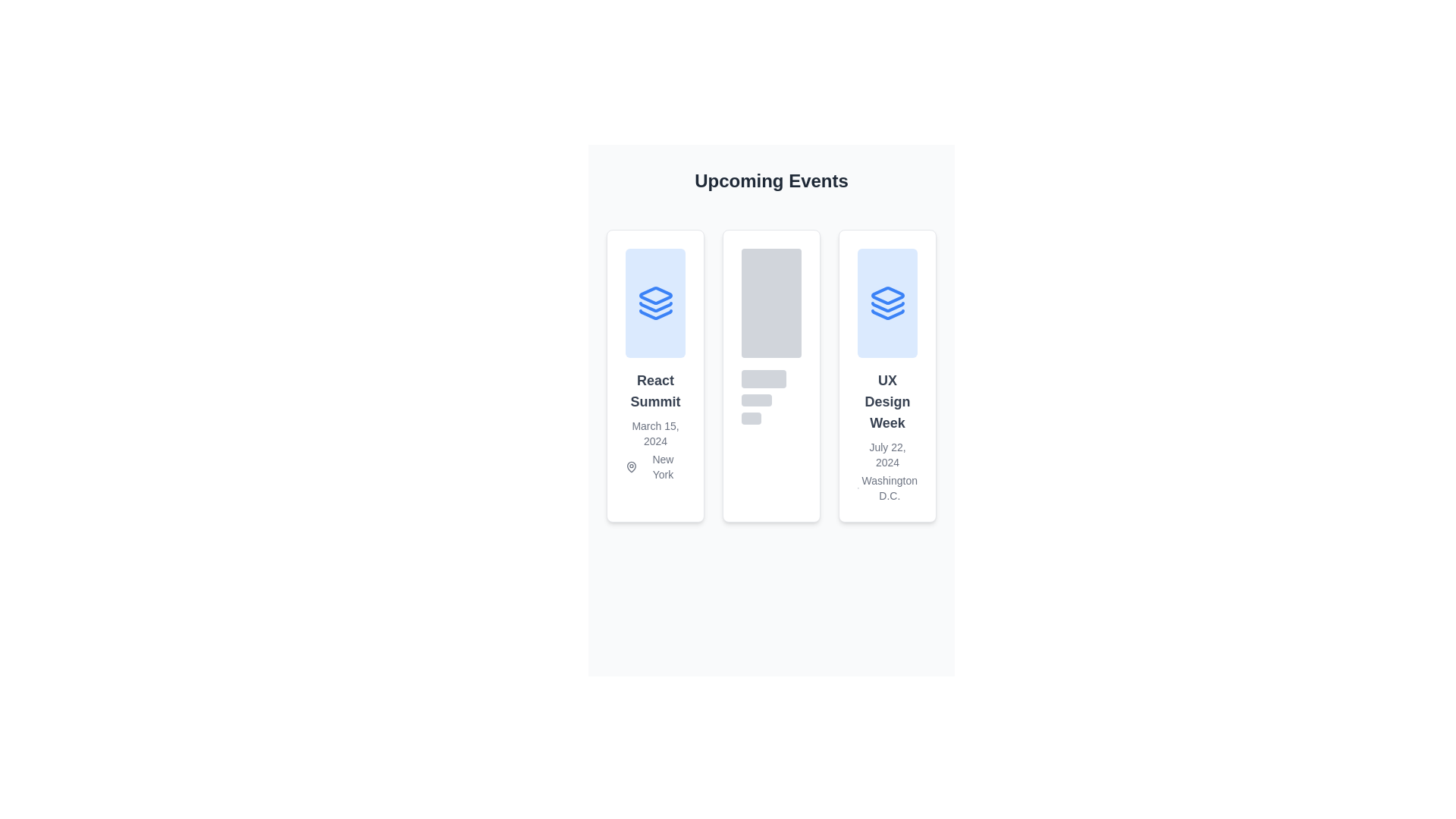  Describe the element at coordinates (655, 303) in the screenshot. I see `the blue stacked layers icon located in the central upper area of the leftmost card containing details about the 'React Summit'` at that location.